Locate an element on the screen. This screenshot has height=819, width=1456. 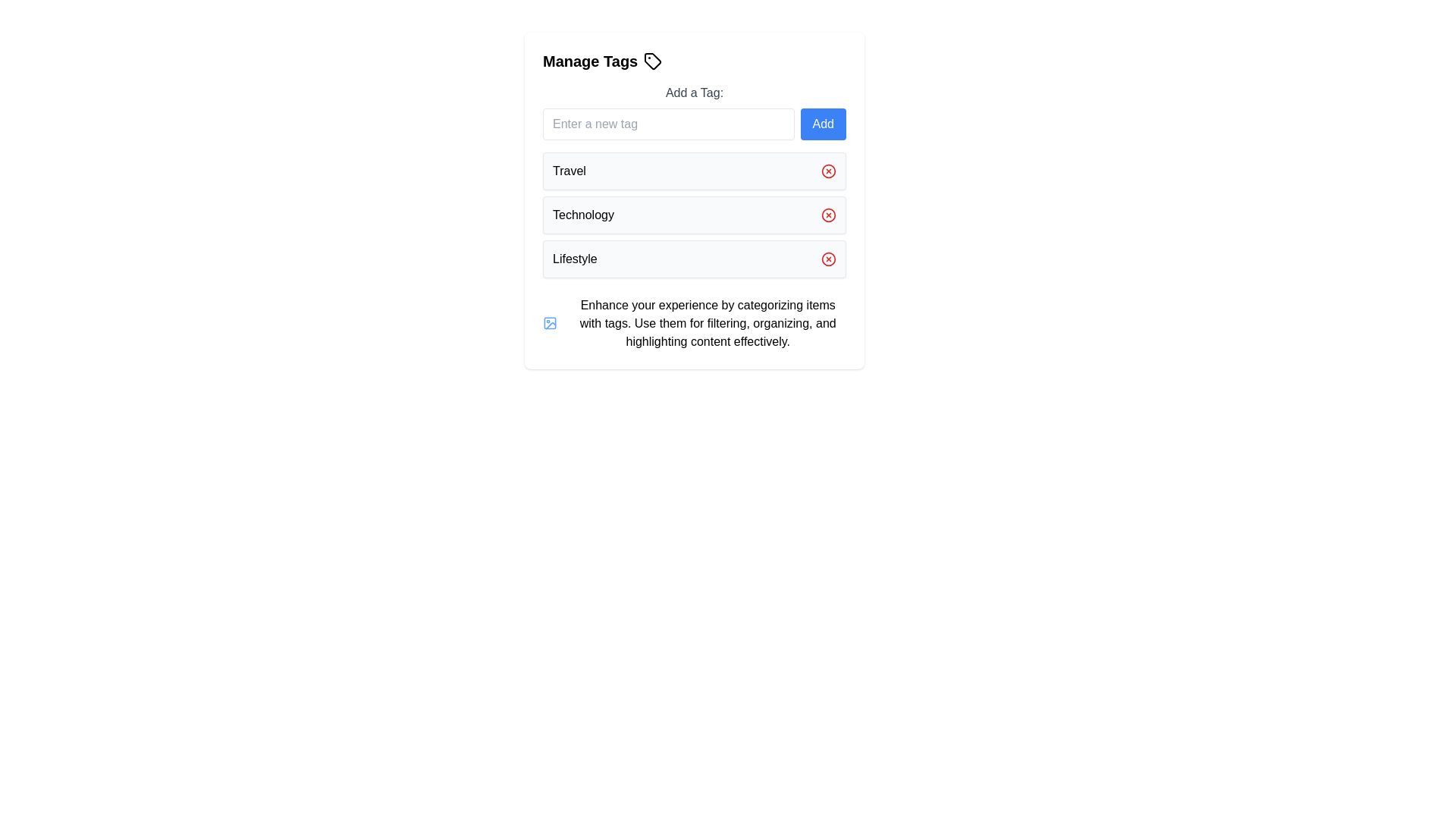
text from the 'Travel' tag label, which is the first item in the vertical list of tags under the 'Manage Tags' section is located at coordinates (568, 171).